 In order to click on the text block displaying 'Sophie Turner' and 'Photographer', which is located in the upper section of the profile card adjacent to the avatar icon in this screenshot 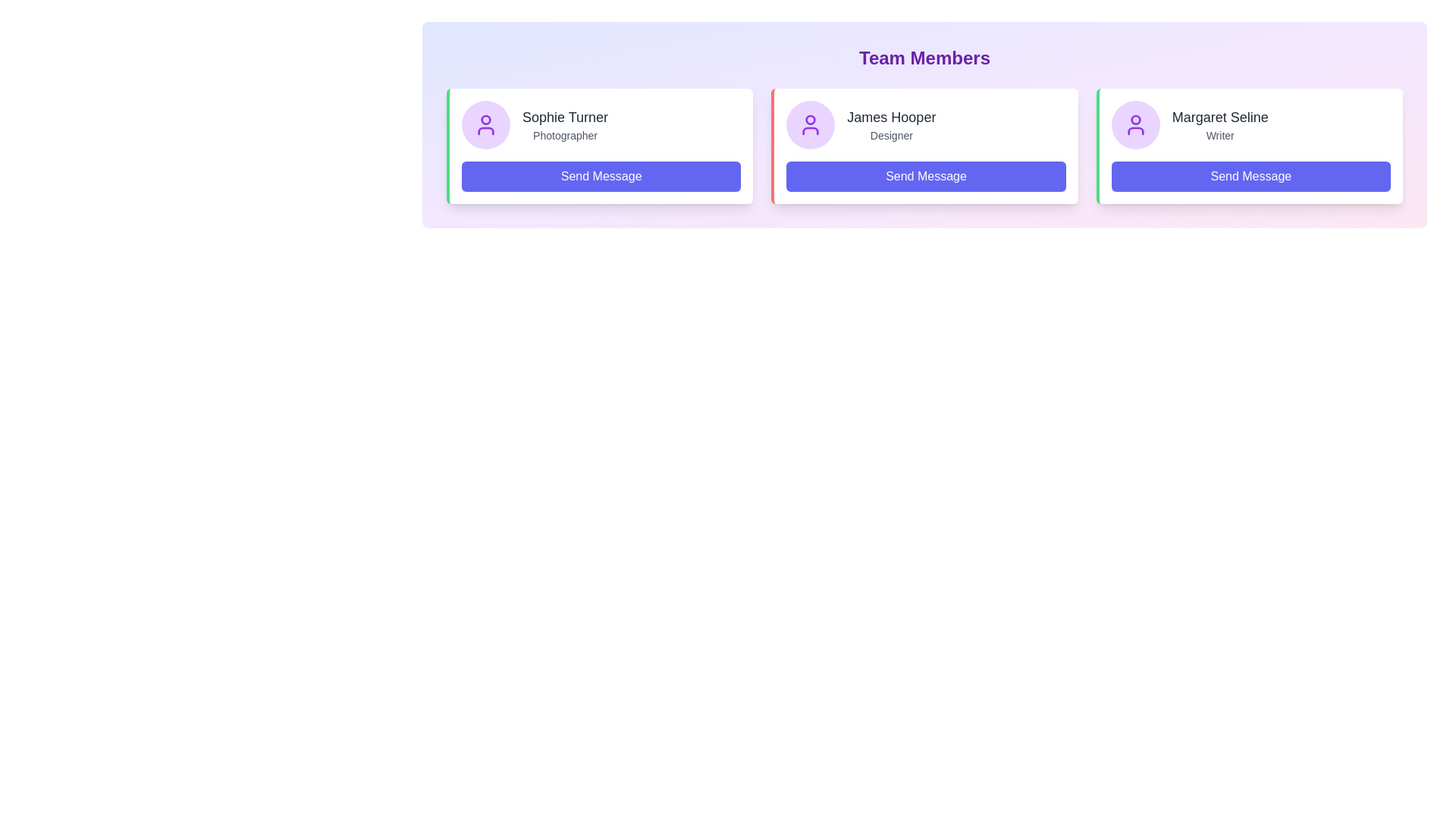, I will do `click(601, 124)`.